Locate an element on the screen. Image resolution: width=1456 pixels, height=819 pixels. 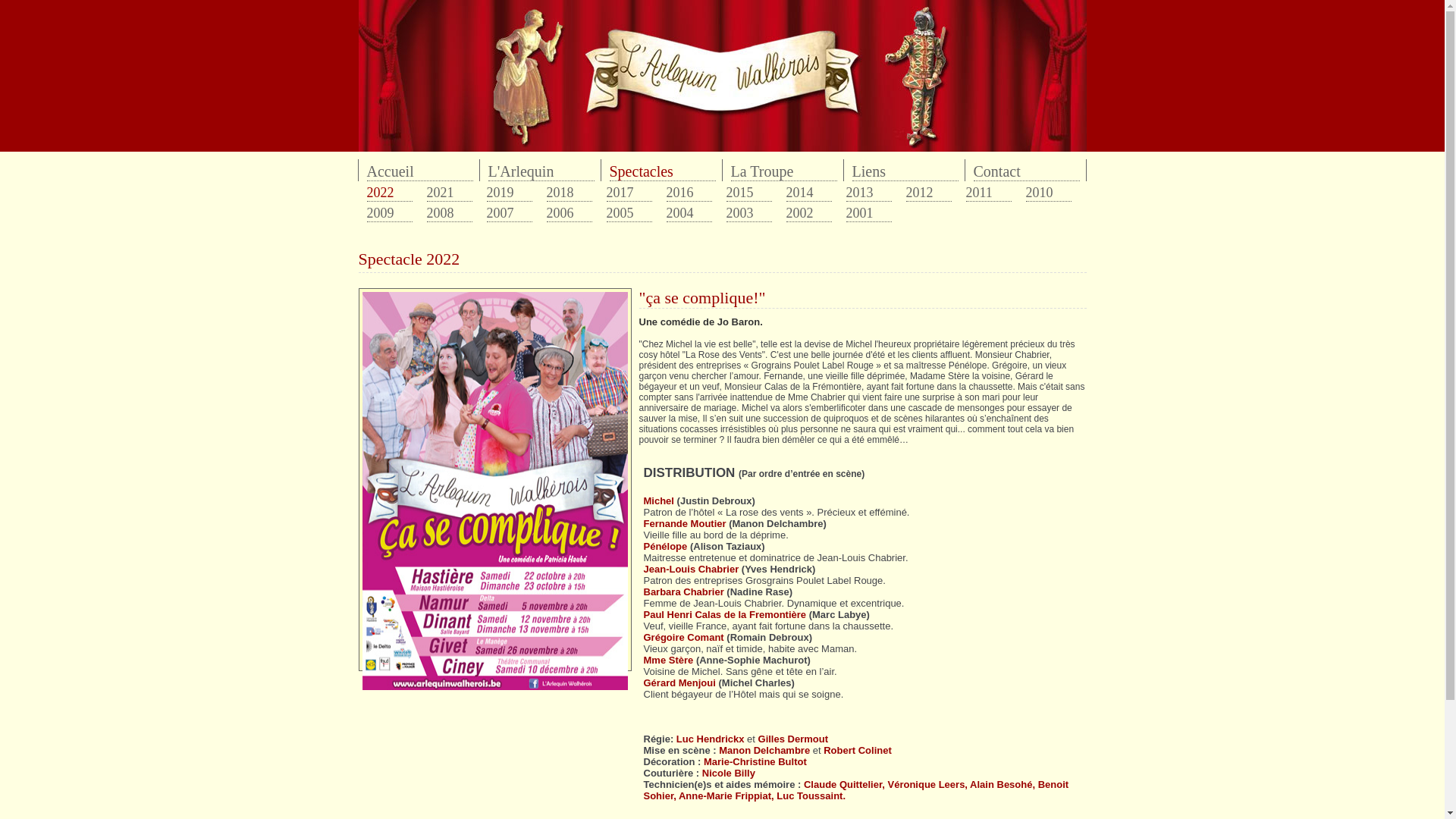
'2014' is located at coordinates (807, 192).